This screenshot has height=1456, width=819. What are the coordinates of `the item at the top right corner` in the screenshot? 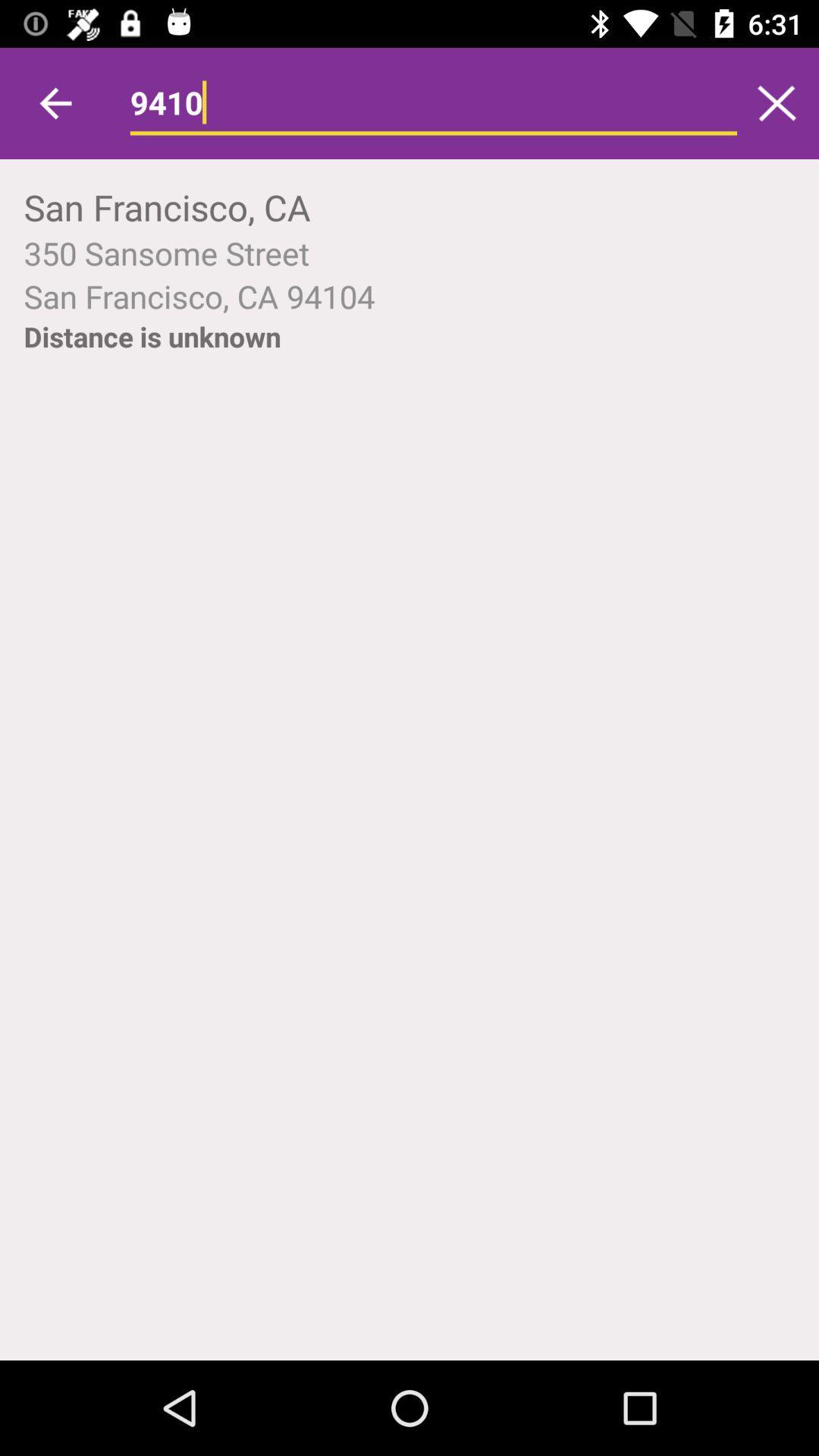 It's located at (777, 102).